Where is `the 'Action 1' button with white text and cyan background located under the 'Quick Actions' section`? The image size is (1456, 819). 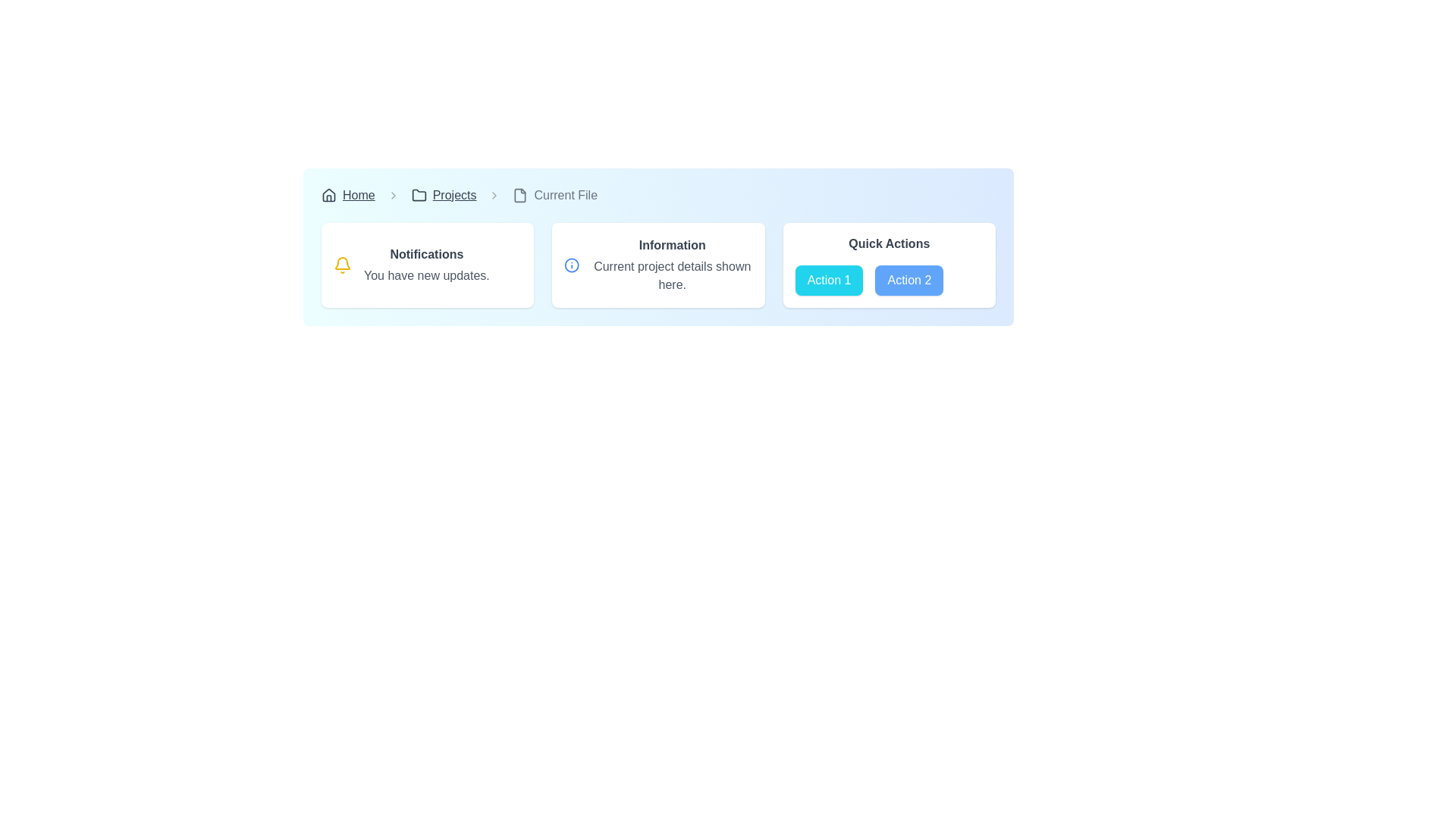
the 'Action 1' button with white text and cyan background located under the 'Quick Actions' section is located at coordinates (828, 281).